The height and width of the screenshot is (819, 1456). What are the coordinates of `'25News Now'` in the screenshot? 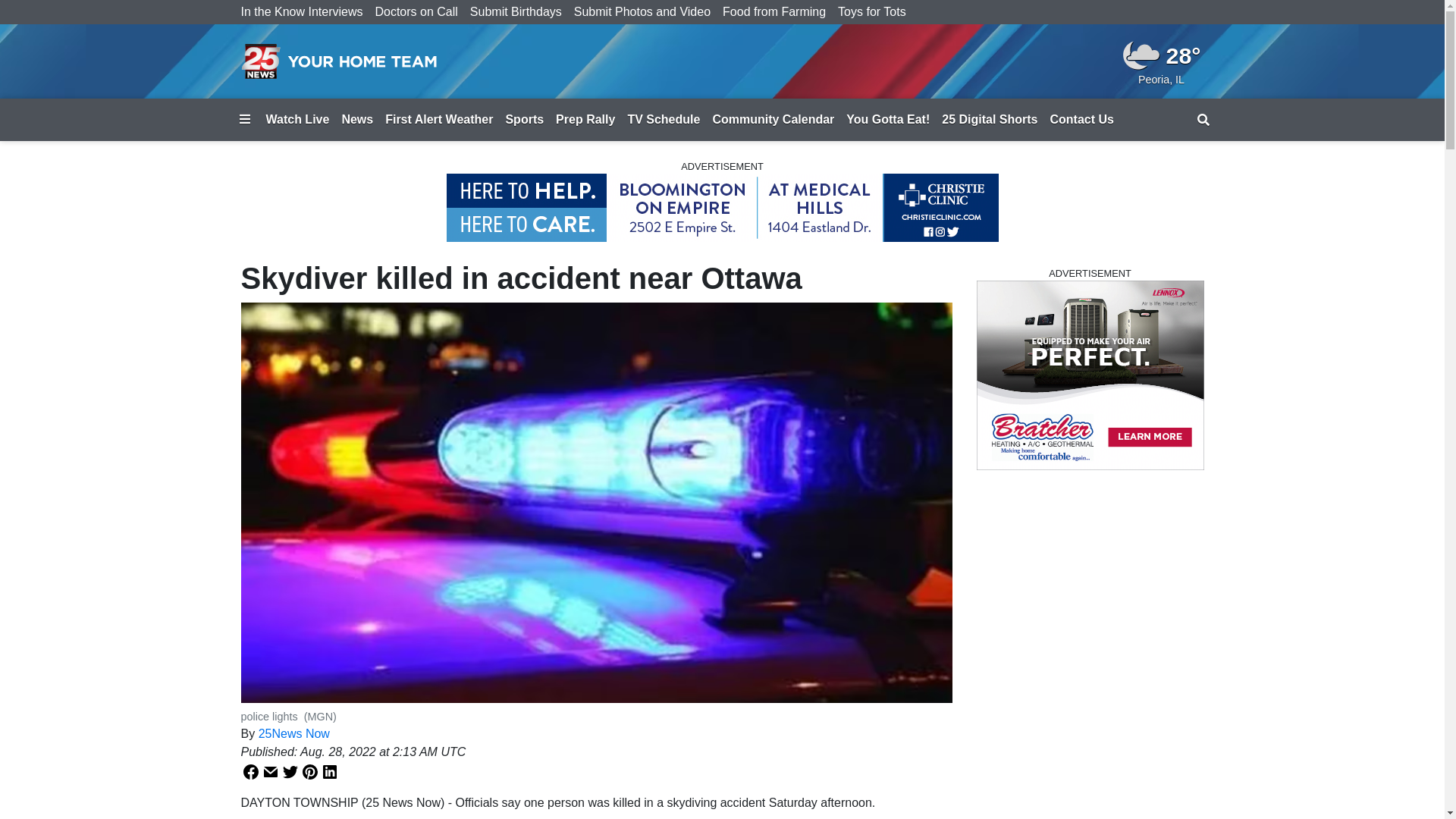 It's located at (294, 733).